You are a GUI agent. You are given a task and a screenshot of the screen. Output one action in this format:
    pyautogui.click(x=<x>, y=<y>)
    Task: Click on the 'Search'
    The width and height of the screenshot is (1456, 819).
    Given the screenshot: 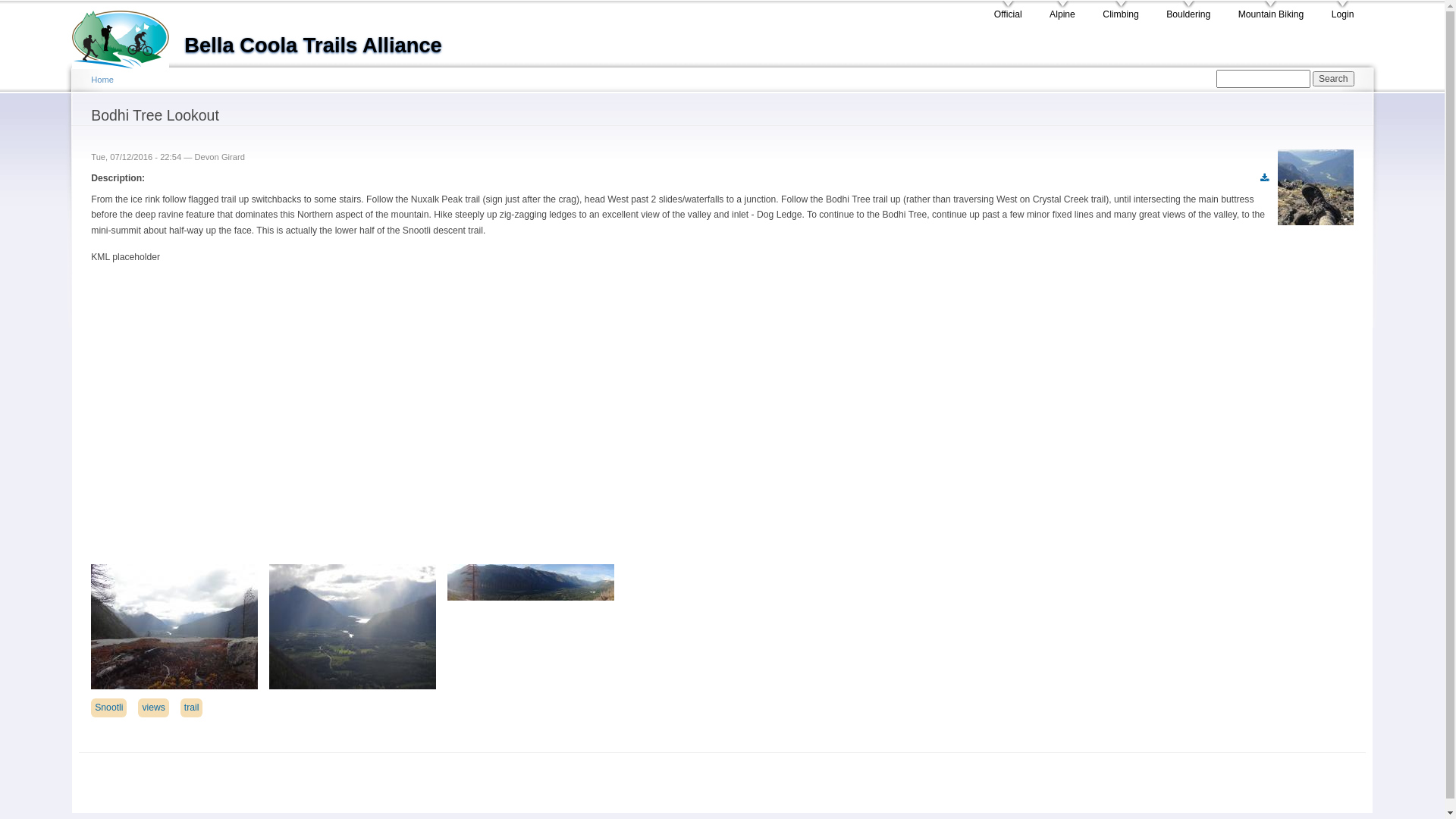 What is the action you would take?
    pyautogui.click(x=1332, y=79)
    